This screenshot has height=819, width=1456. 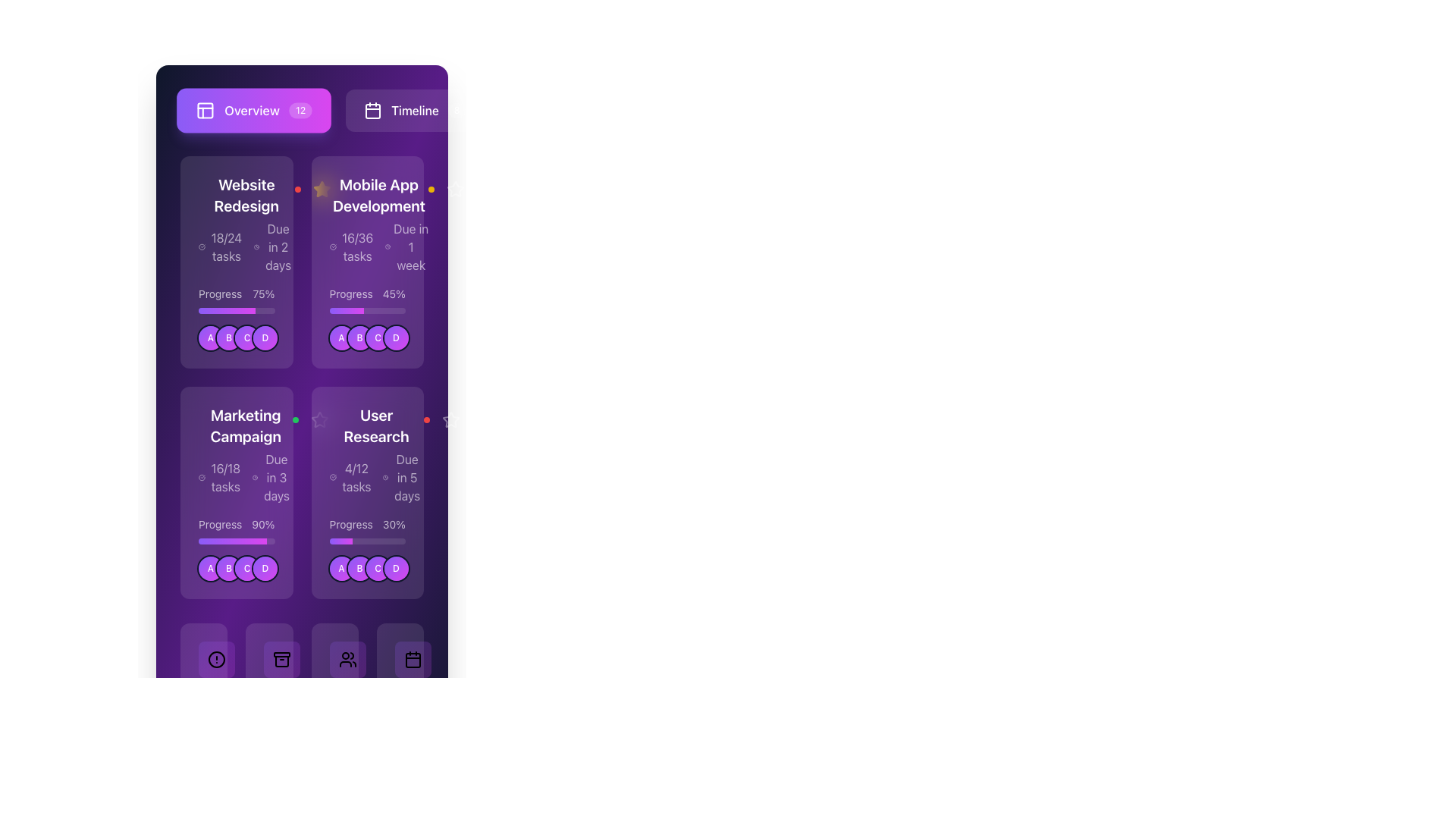 What do you see at coordinates (340, 540) in the screenshot?
I see `the filled portion of the progress bar segment within the 'User Research' card, which indicates the progress made towards a goal` at bounding box center [340, 540].